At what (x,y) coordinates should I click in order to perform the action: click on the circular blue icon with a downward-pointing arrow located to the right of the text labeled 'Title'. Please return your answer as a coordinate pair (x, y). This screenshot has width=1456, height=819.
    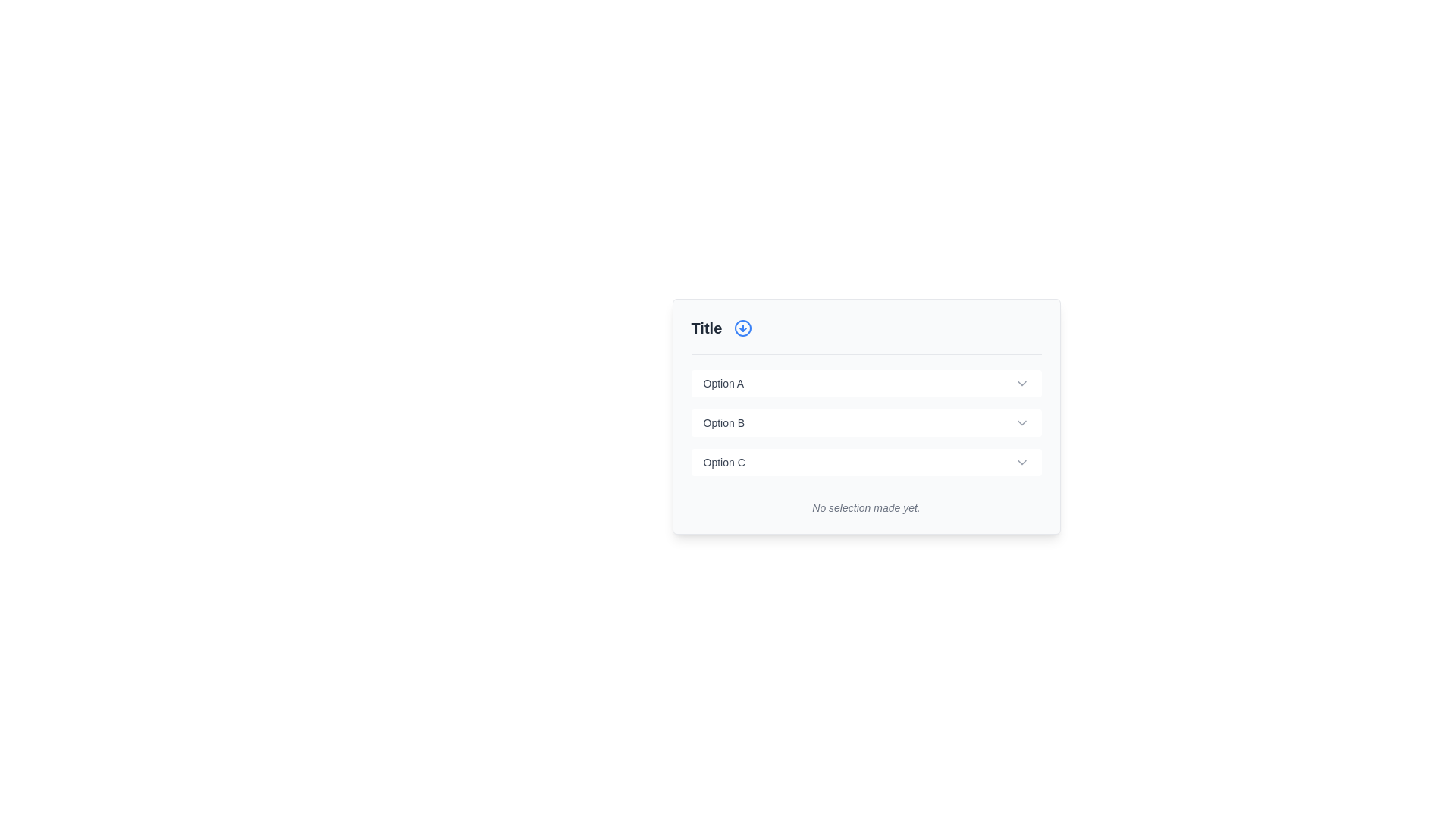
    Looking at the image, I should click on (743, 327).